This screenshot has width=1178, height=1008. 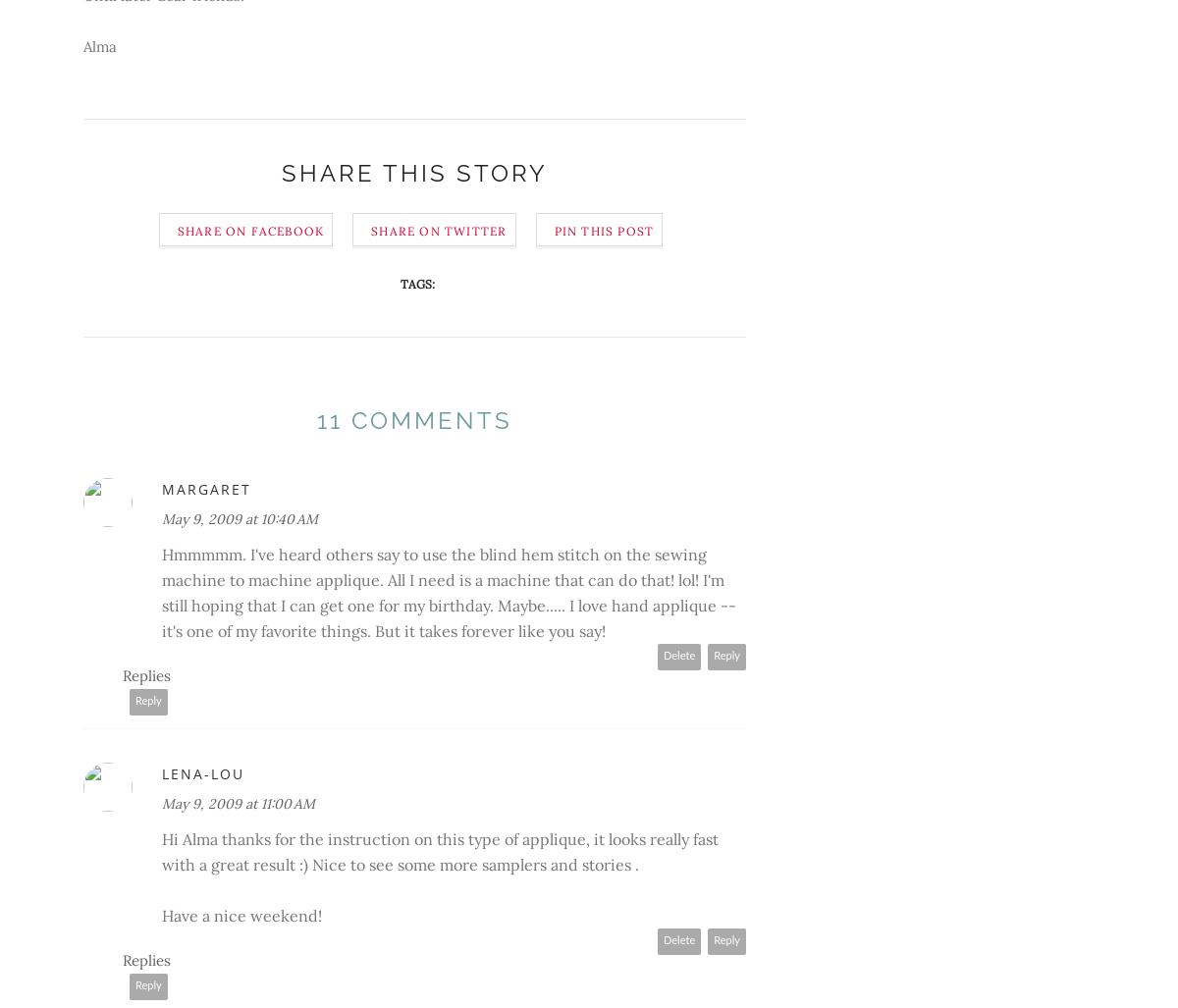 I want to click on 'Hi Alma thanks for the instruction on this type of applique,   it looks really fast with a great result :)  Nice to see some more samplers and stories .', so click(x=440, y=849).